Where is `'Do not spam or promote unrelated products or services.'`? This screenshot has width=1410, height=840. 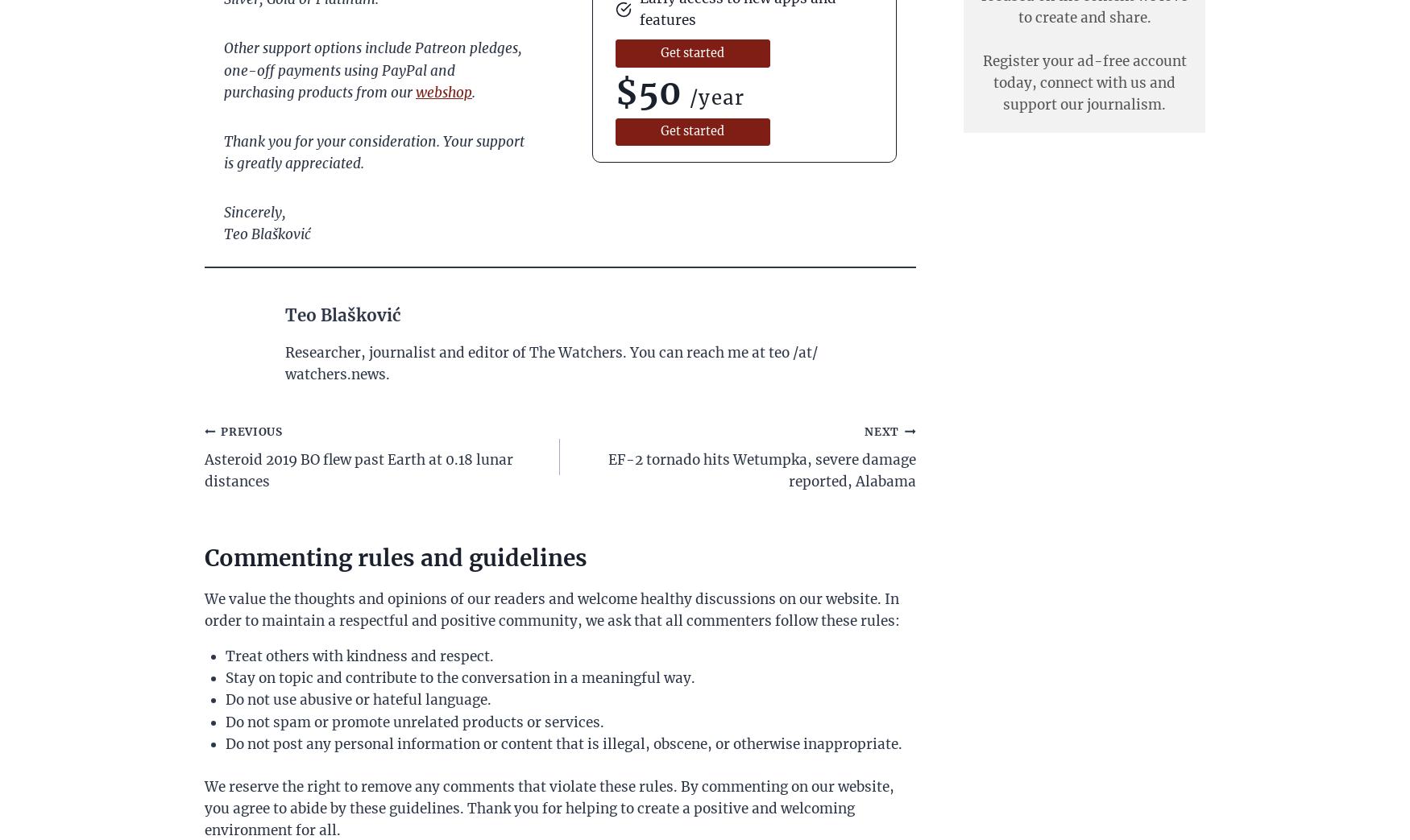 'Do not spam or promote unrelated products or services.' is located at coordinates (223, 721).